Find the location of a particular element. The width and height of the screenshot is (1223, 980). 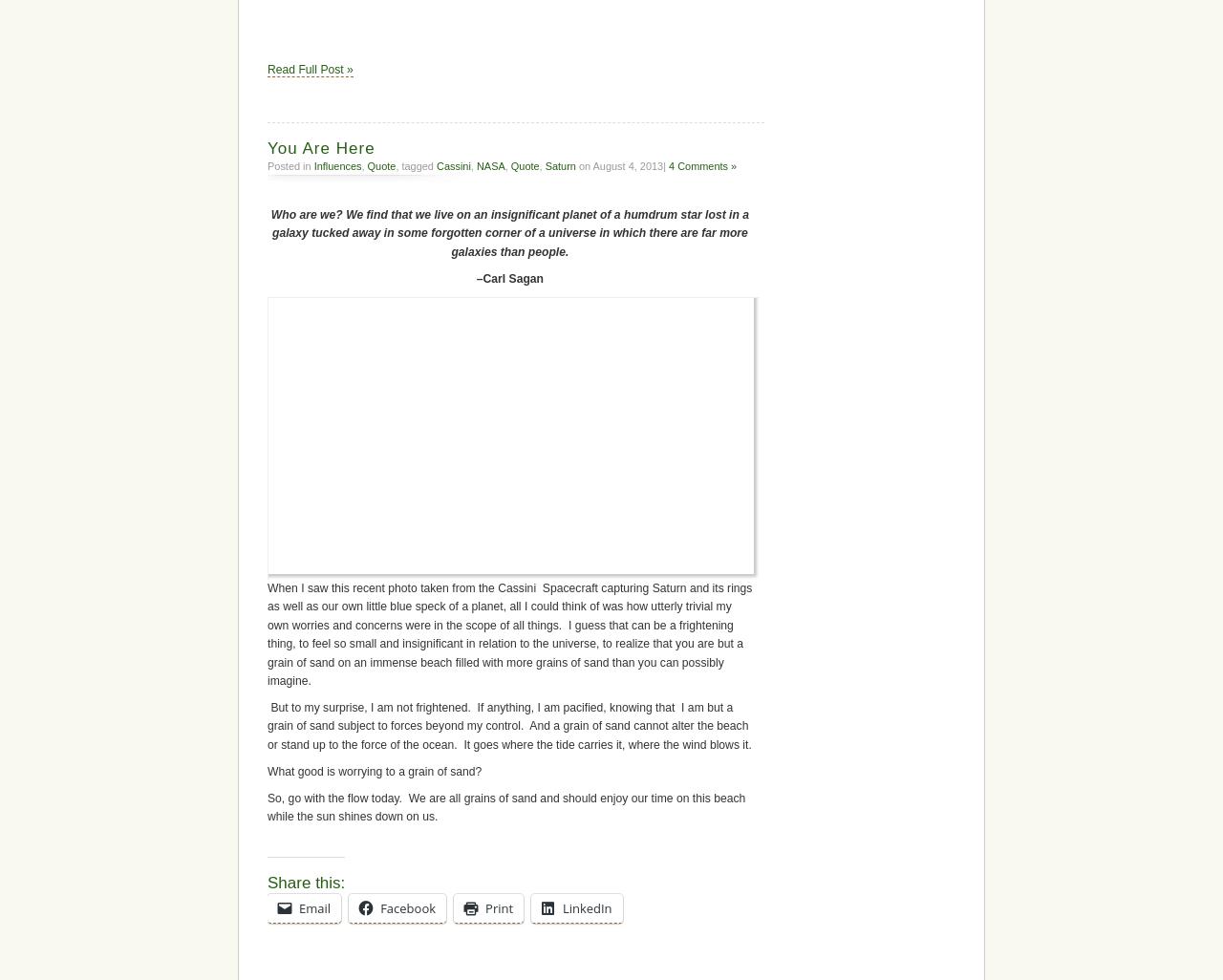

'4 Comments »' is located at coordinates (701, 163).